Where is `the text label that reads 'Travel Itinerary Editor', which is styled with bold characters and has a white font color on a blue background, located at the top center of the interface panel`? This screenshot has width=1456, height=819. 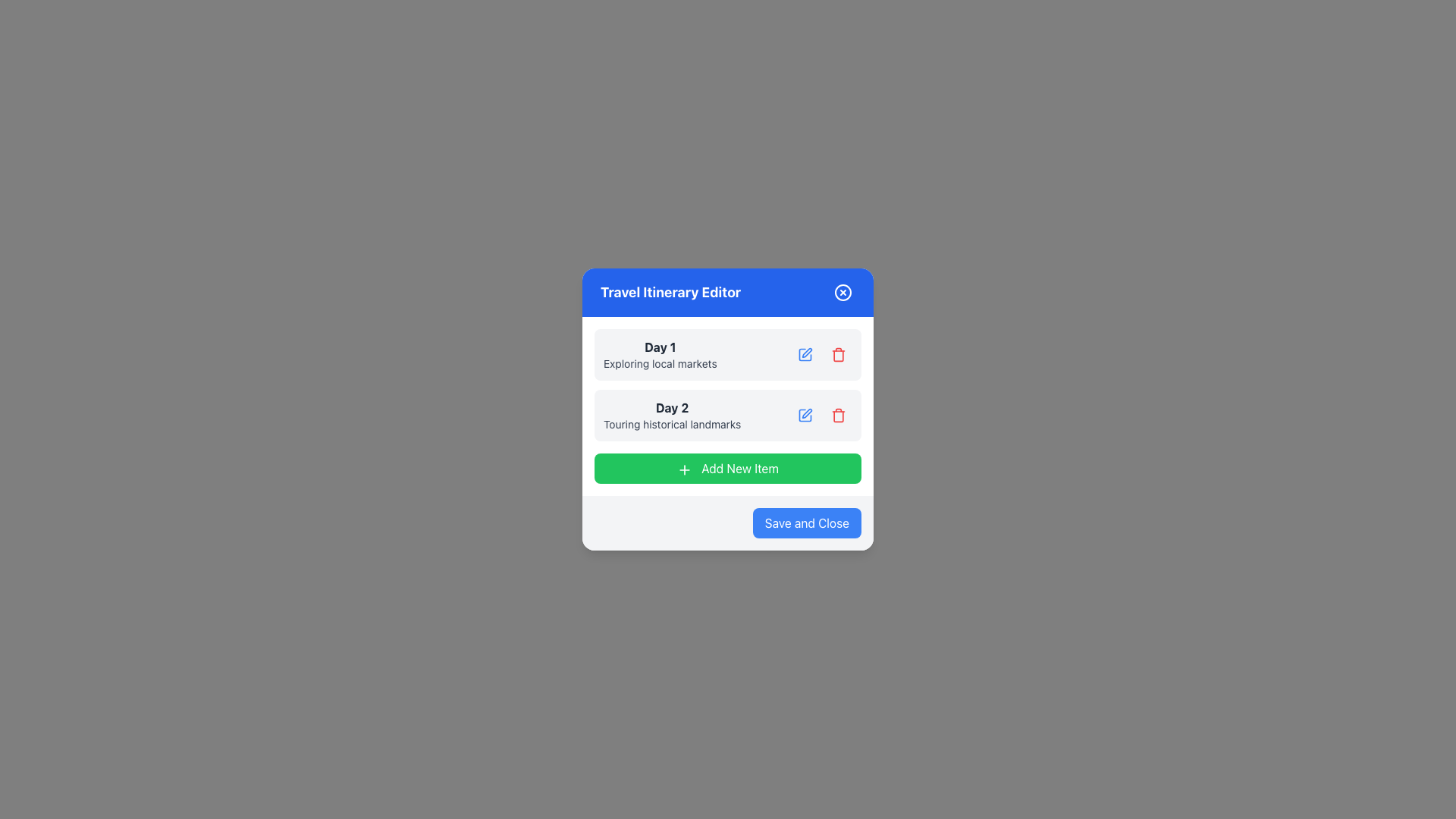 the text label that reads 'Travel Itinerary Editor', which is styled with bold characters and has a white font color on a blue background, located at the top center of the interface panel is located at coordinates (670, 292).